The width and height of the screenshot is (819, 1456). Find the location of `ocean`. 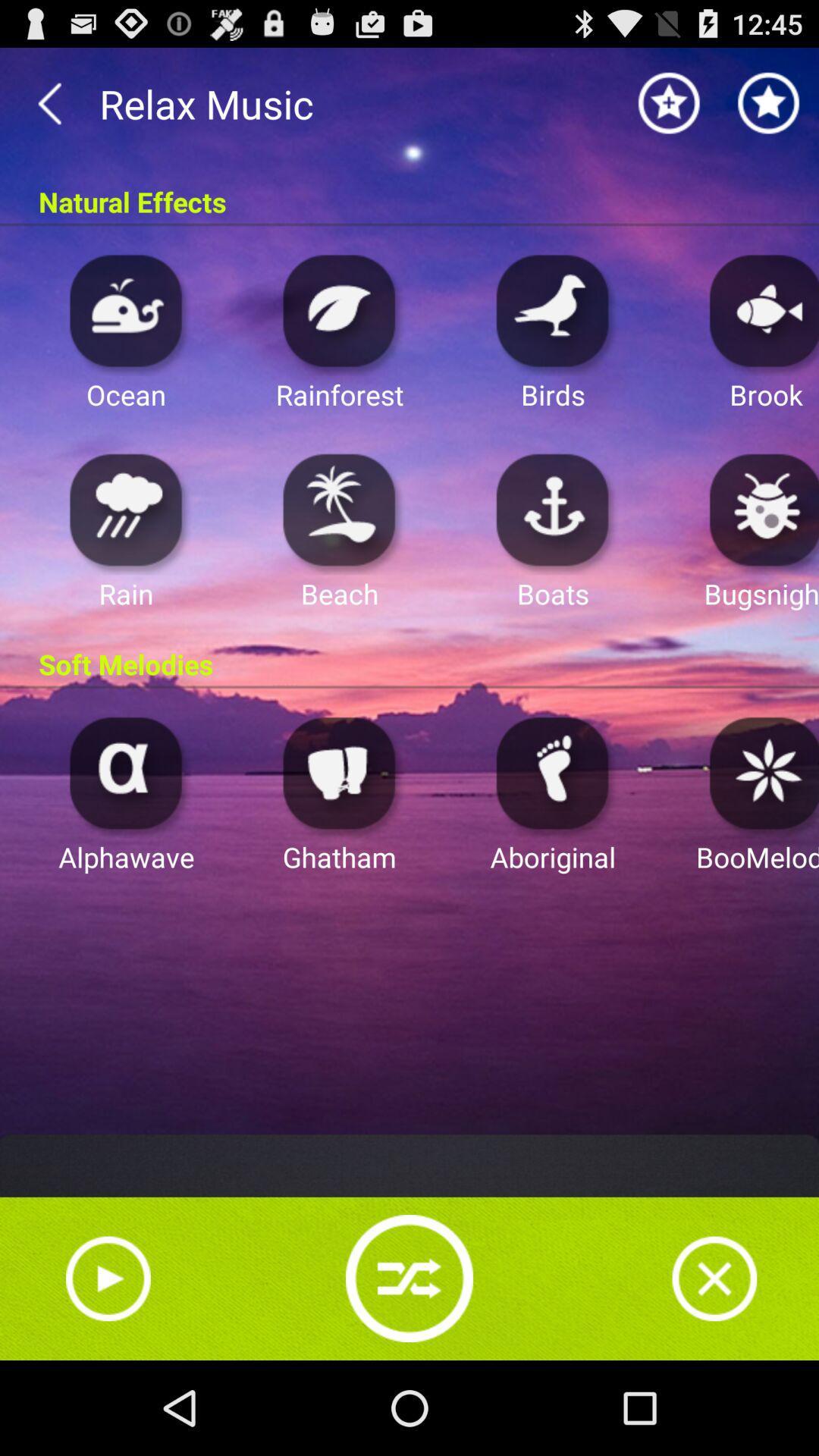

ocean is located at coordinates (125, 309).